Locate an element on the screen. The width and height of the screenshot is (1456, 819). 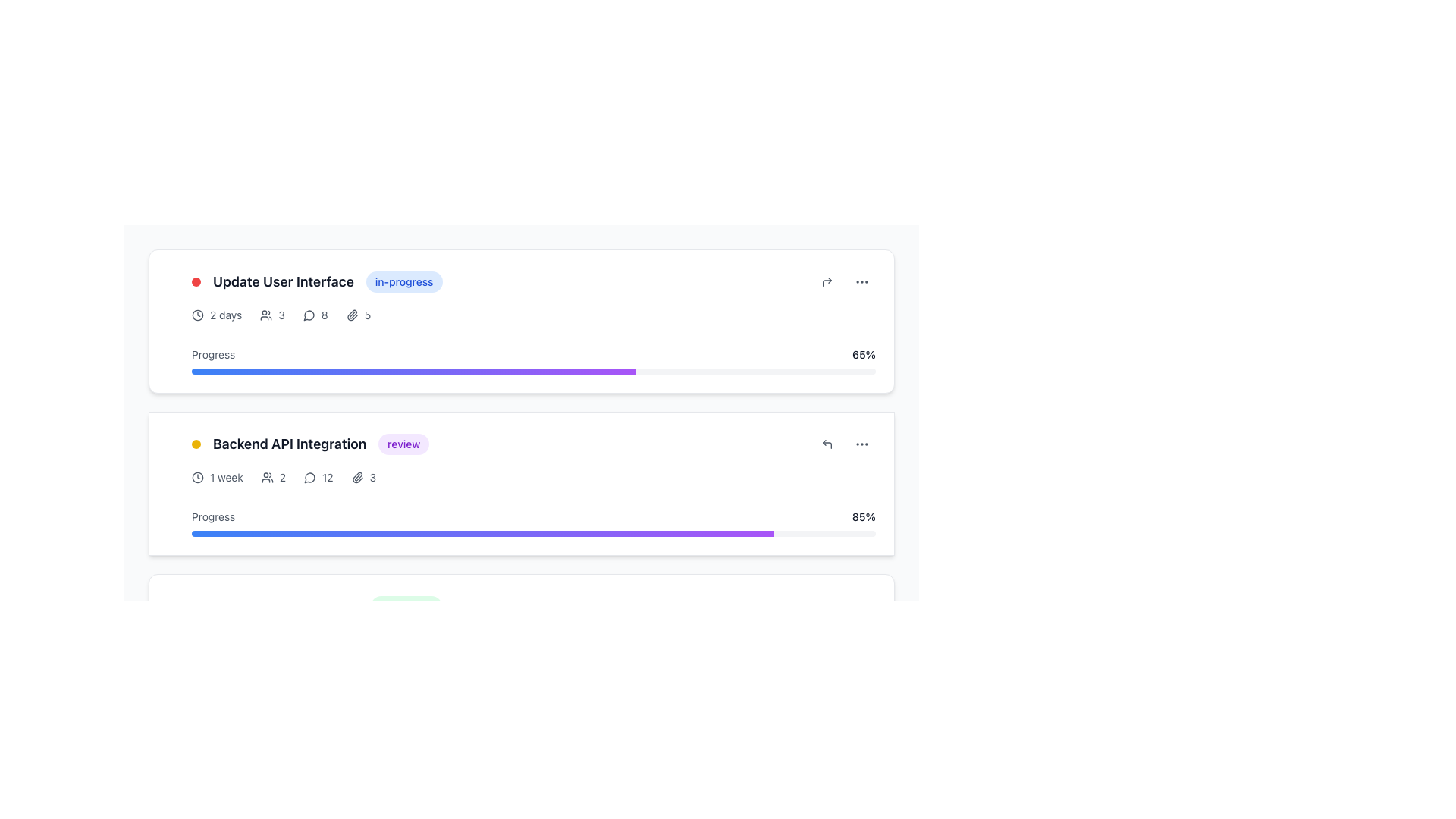
progress is located at coordinates (262, 371).